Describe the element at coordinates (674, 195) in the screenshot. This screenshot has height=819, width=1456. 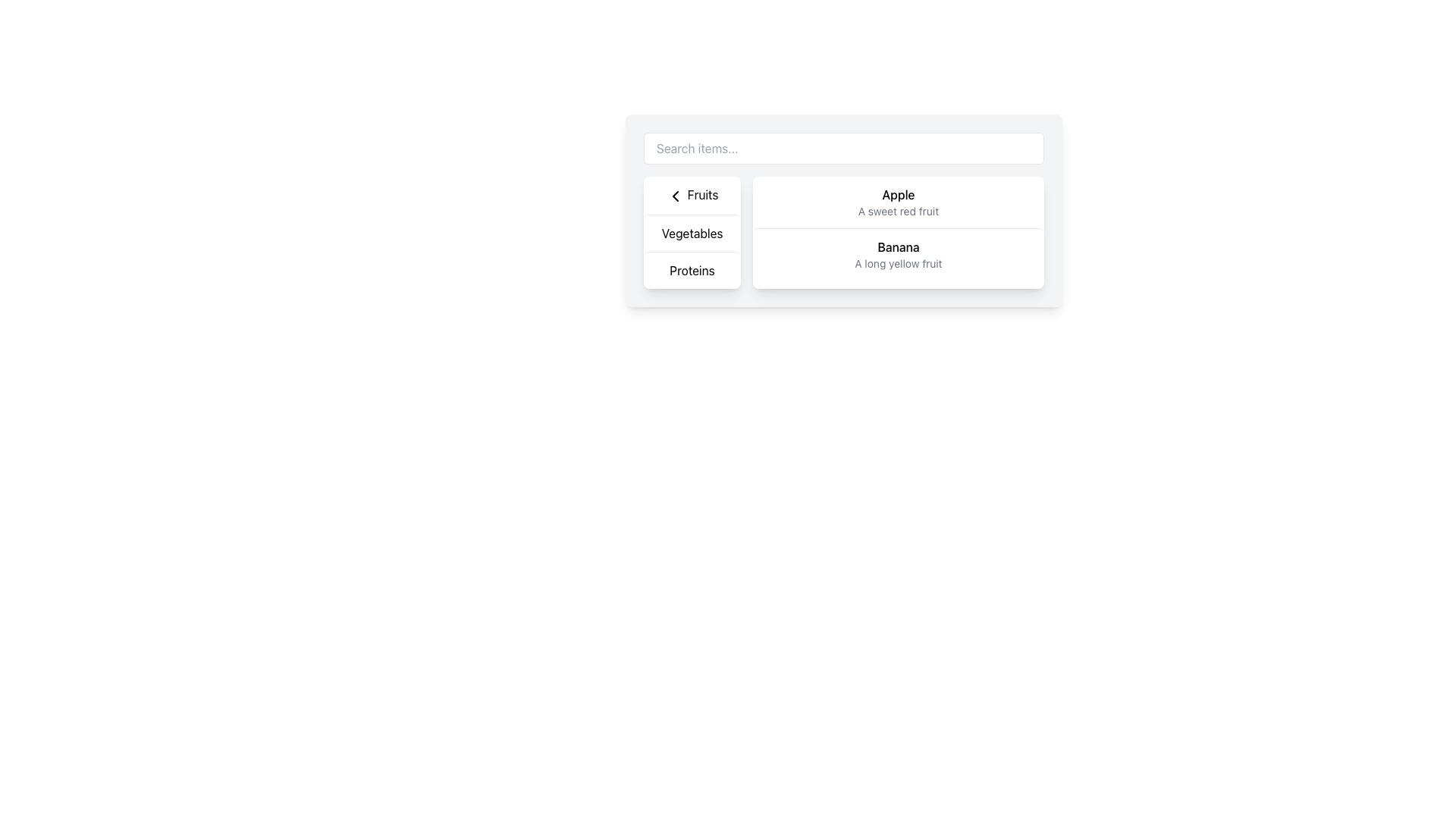
I see `the left chevron icon, which serves as a navigational control adjacent to the 'Fruits' label in the vertical list of categories` at that location.